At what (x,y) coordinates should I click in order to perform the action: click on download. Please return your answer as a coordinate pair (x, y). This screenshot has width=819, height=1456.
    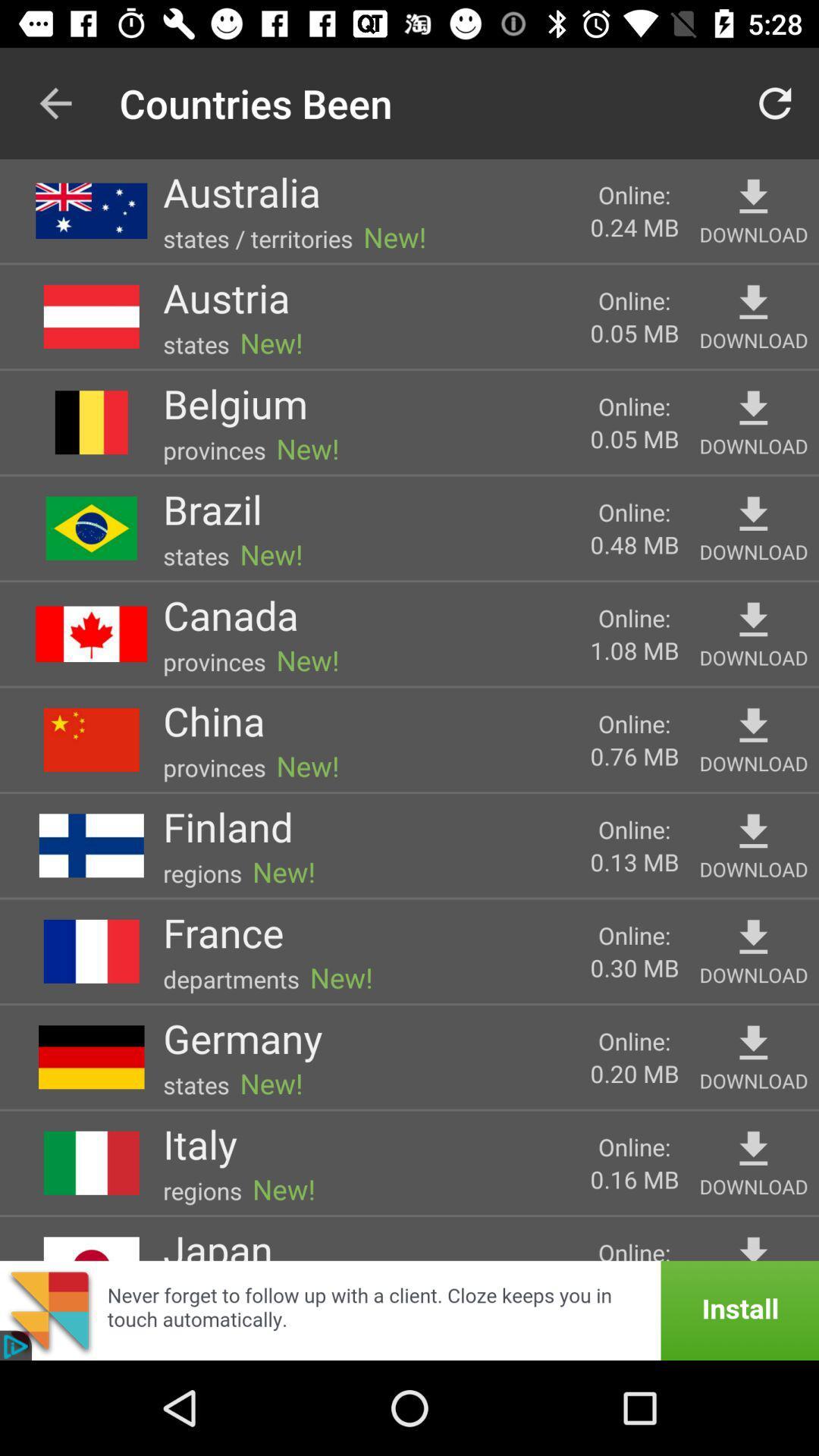
    Looking at the image, I should click on (753, 1149).